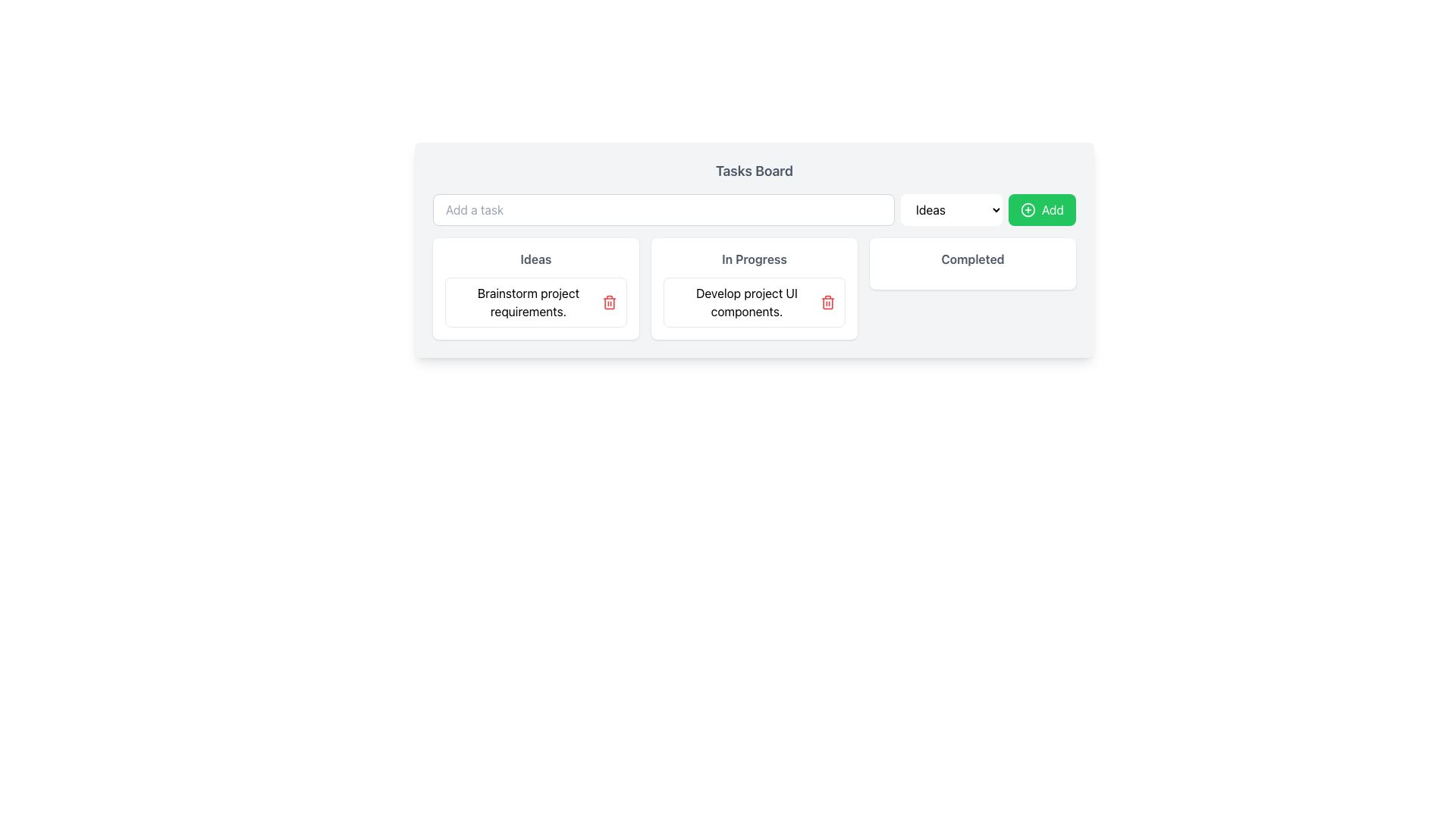 Image resolution: width=1456 pixels, height=819 pixels. I want to click on the text label displaying 'Develop project UI components.' to focus on it, so click(746, 302).